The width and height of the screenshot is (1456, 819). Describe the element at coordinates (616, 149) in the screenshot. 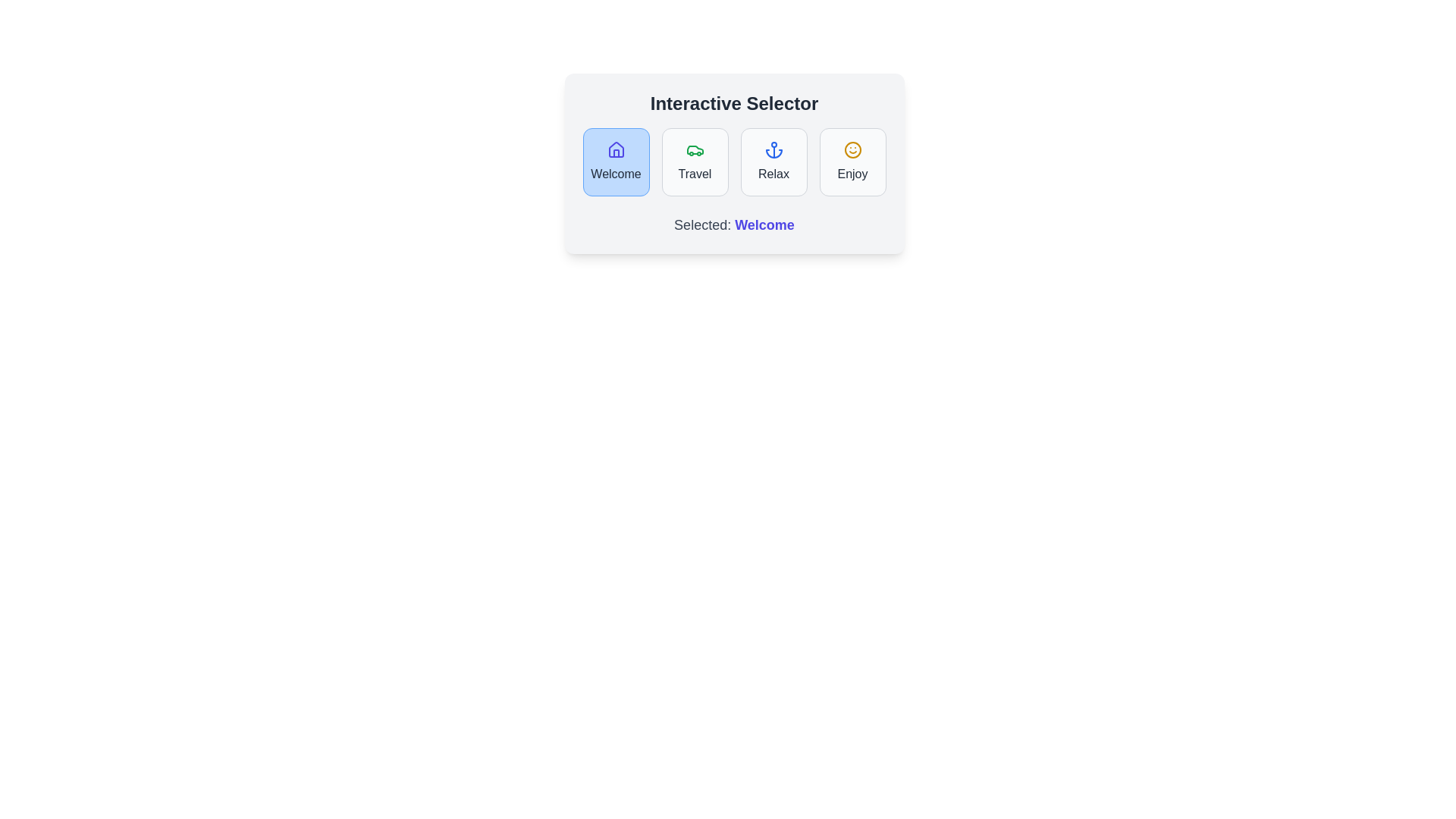

I see `the stylized house-shaped icon in the 'Welcome' segment of the 'Interactive Selector' option group, which is the first option in a horizontal layout of four` at that location.